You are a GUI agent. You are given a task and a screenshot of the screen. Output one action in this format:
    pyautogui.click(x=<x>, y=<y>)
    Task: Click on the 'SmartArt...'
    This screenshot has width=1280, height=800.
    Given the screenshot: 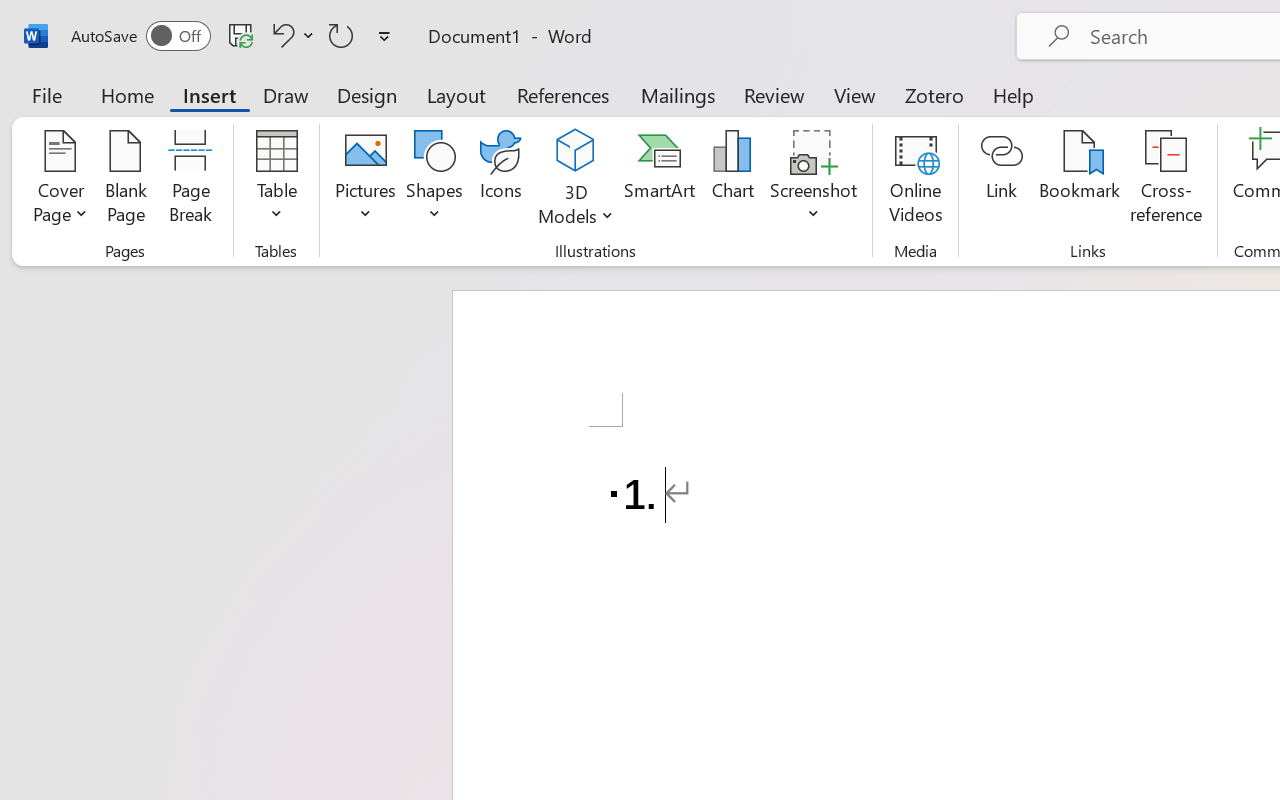 What is the action you would take?
    pyautogui.click(x=659, y=179)
    